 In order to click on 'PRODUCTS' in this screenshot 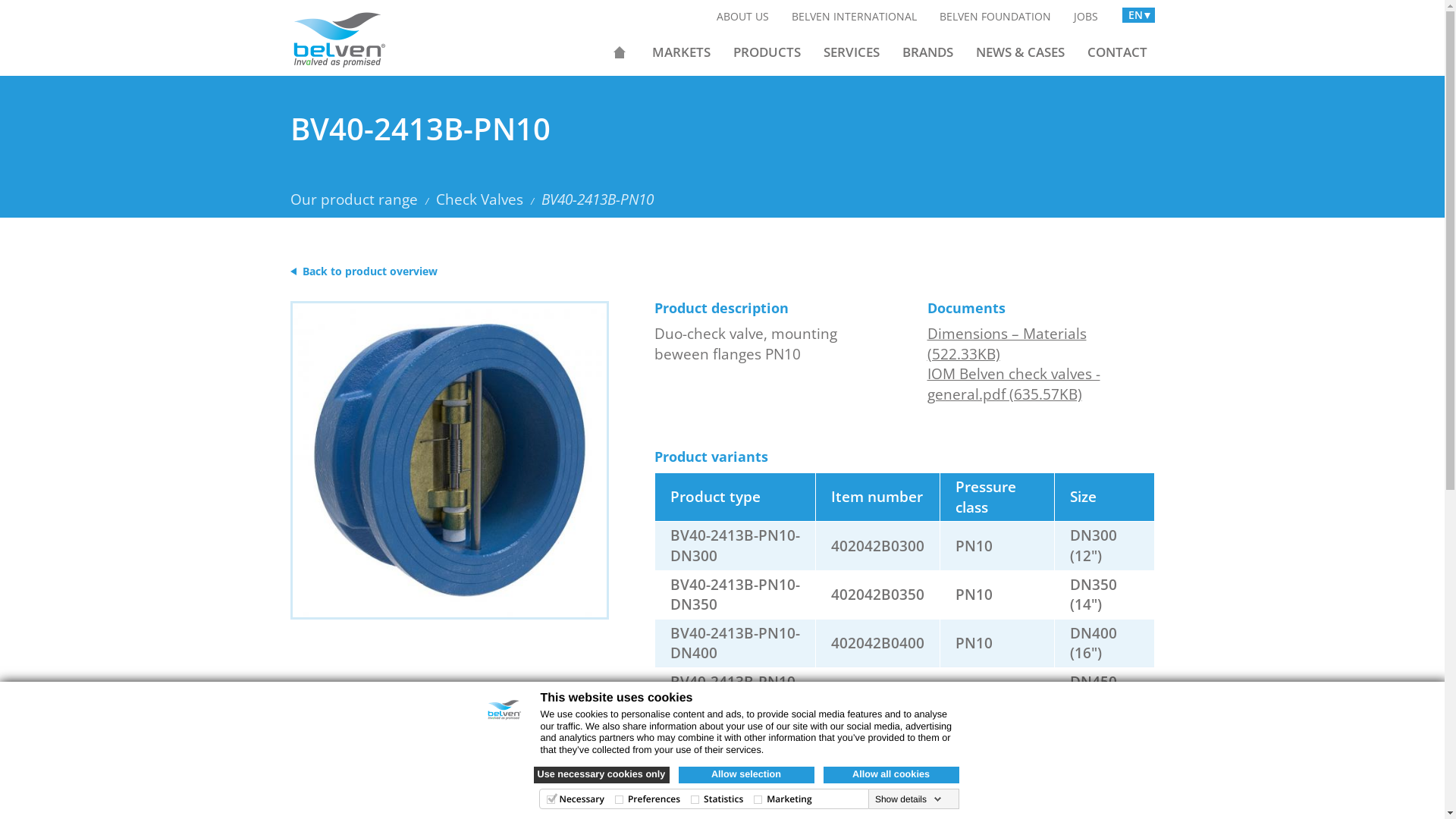, I will do `click(766, 51)`.